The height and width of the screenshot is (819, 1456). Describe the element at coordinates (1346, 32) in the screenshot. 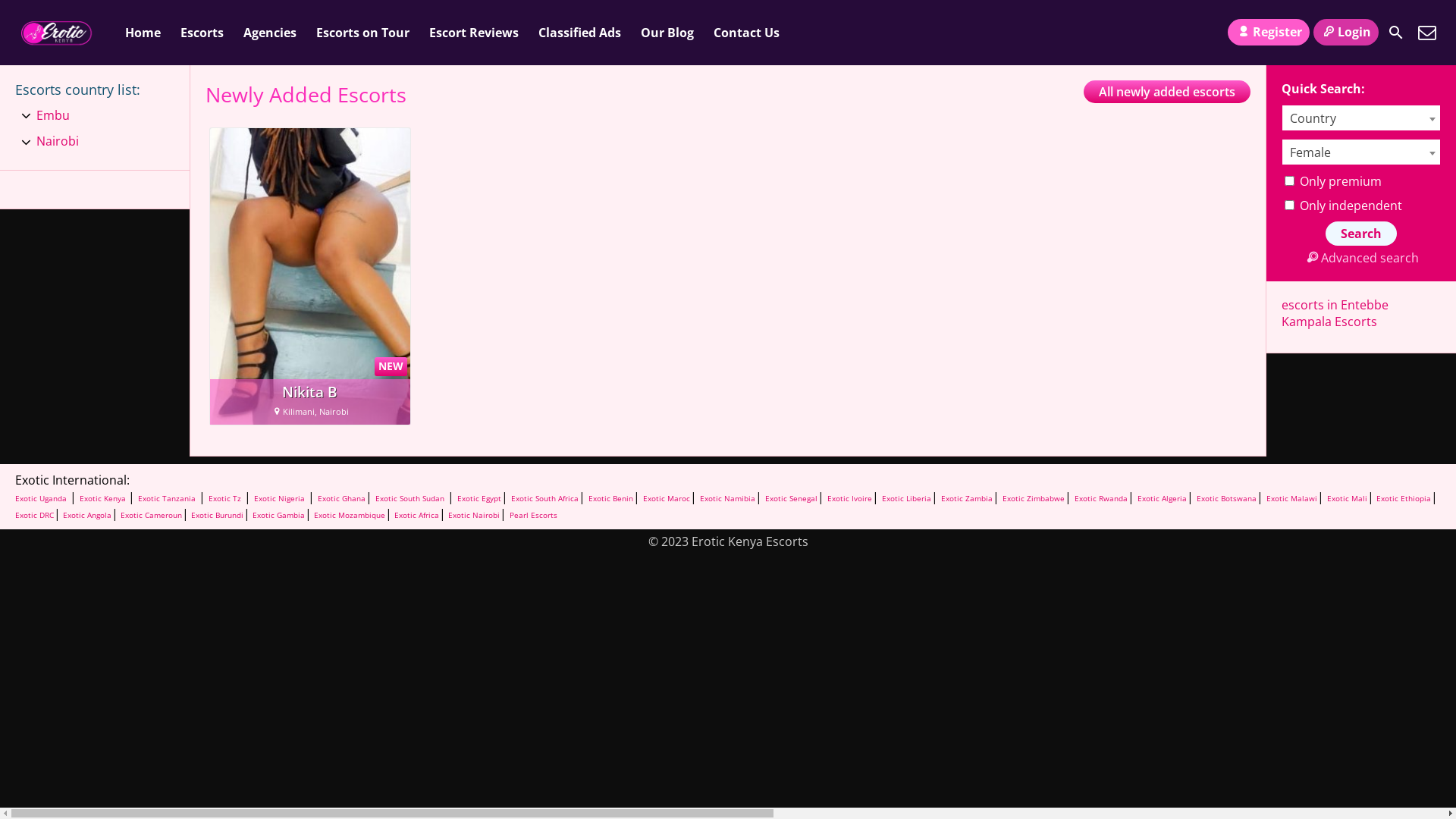

I see `'Login'` at that location.